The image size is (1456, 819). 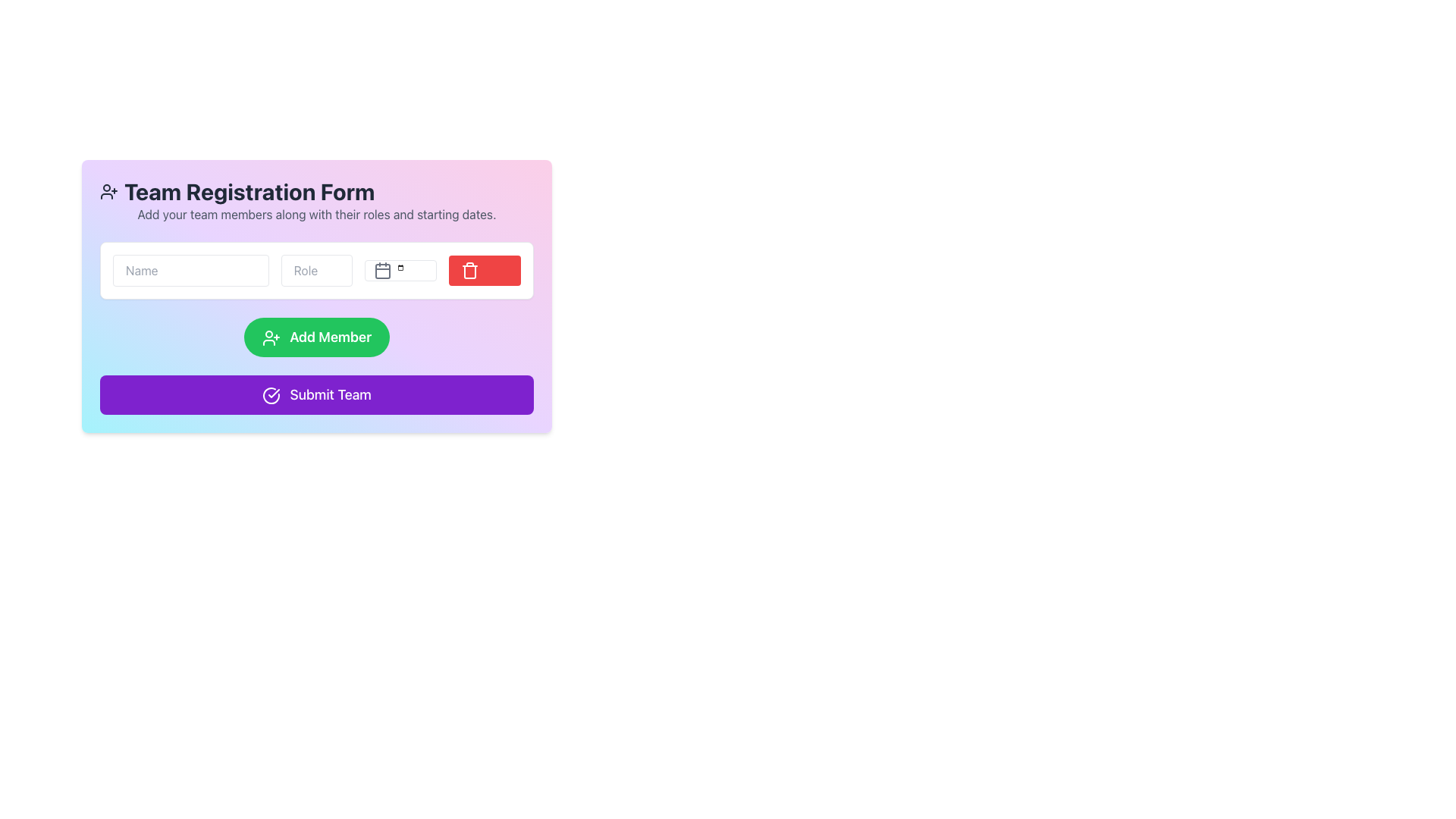 I want to click on the decorative icon located to the left of the 'Team Registration Form' title in the header area, so click(x=108, y=191).